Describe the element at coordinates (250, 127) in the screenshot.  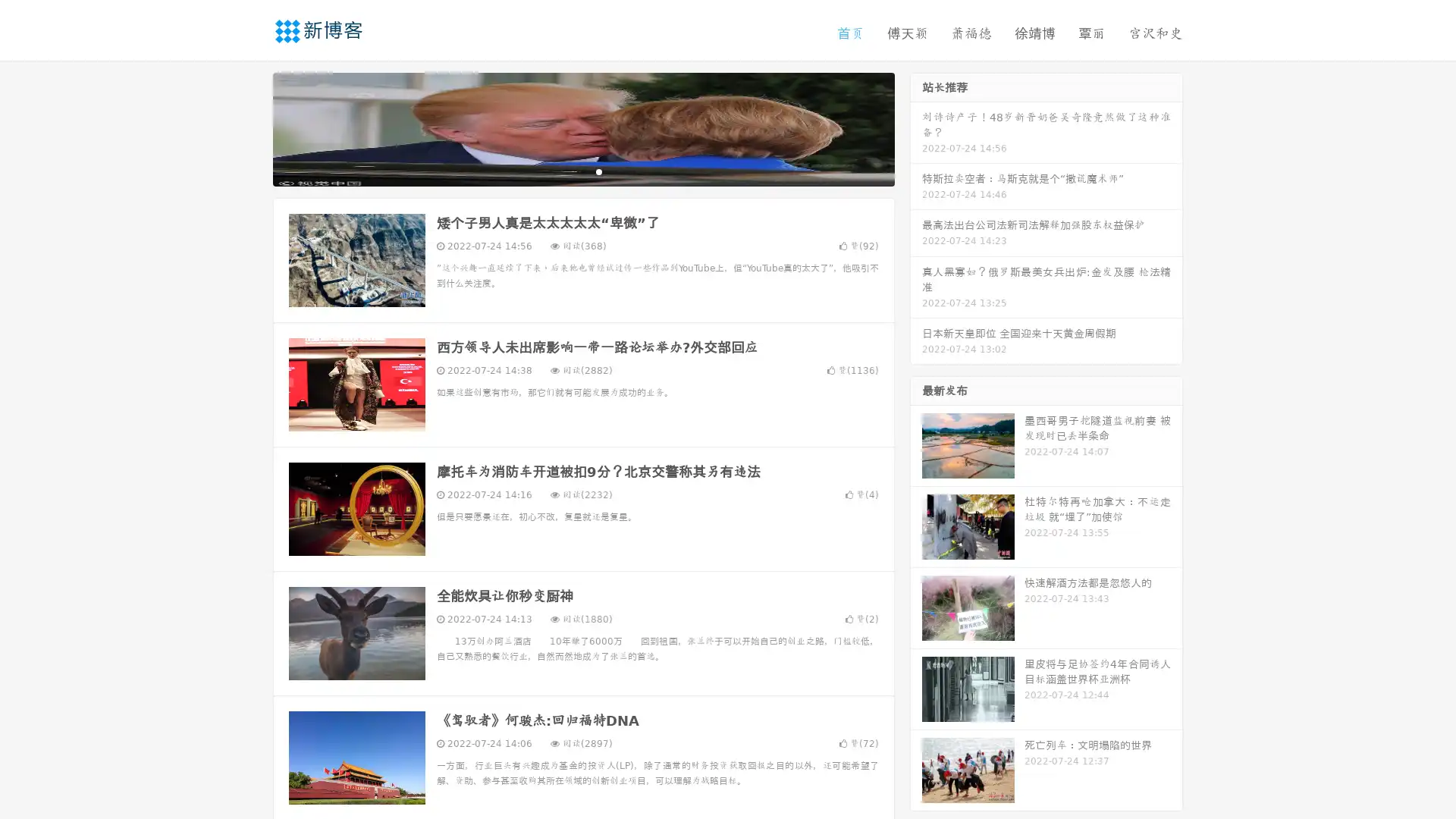
I see `Previous slide` at that location.